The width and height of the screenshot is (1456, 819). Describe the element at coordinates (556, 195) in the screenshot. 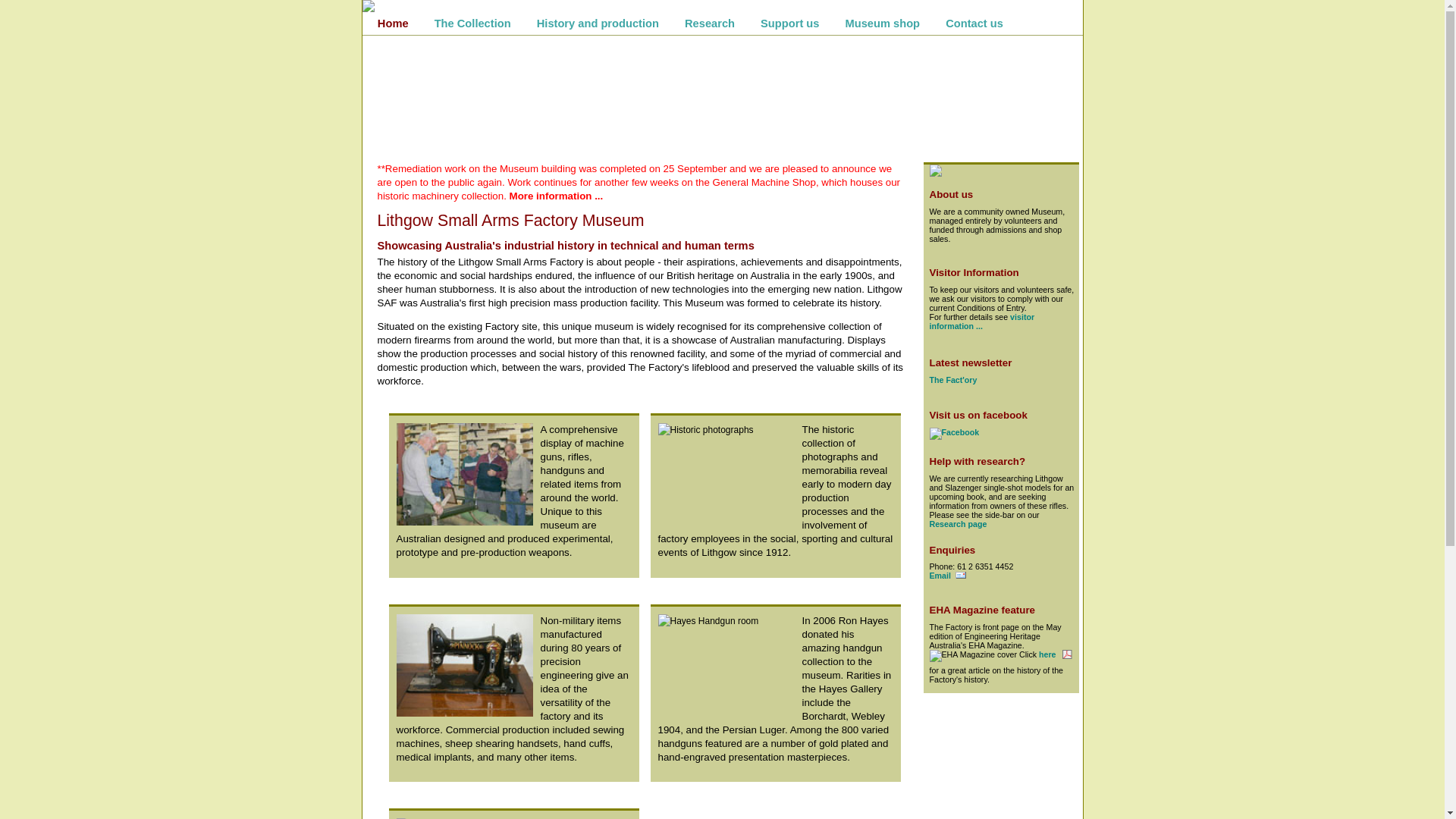

I see `'More information ...'` at that location.